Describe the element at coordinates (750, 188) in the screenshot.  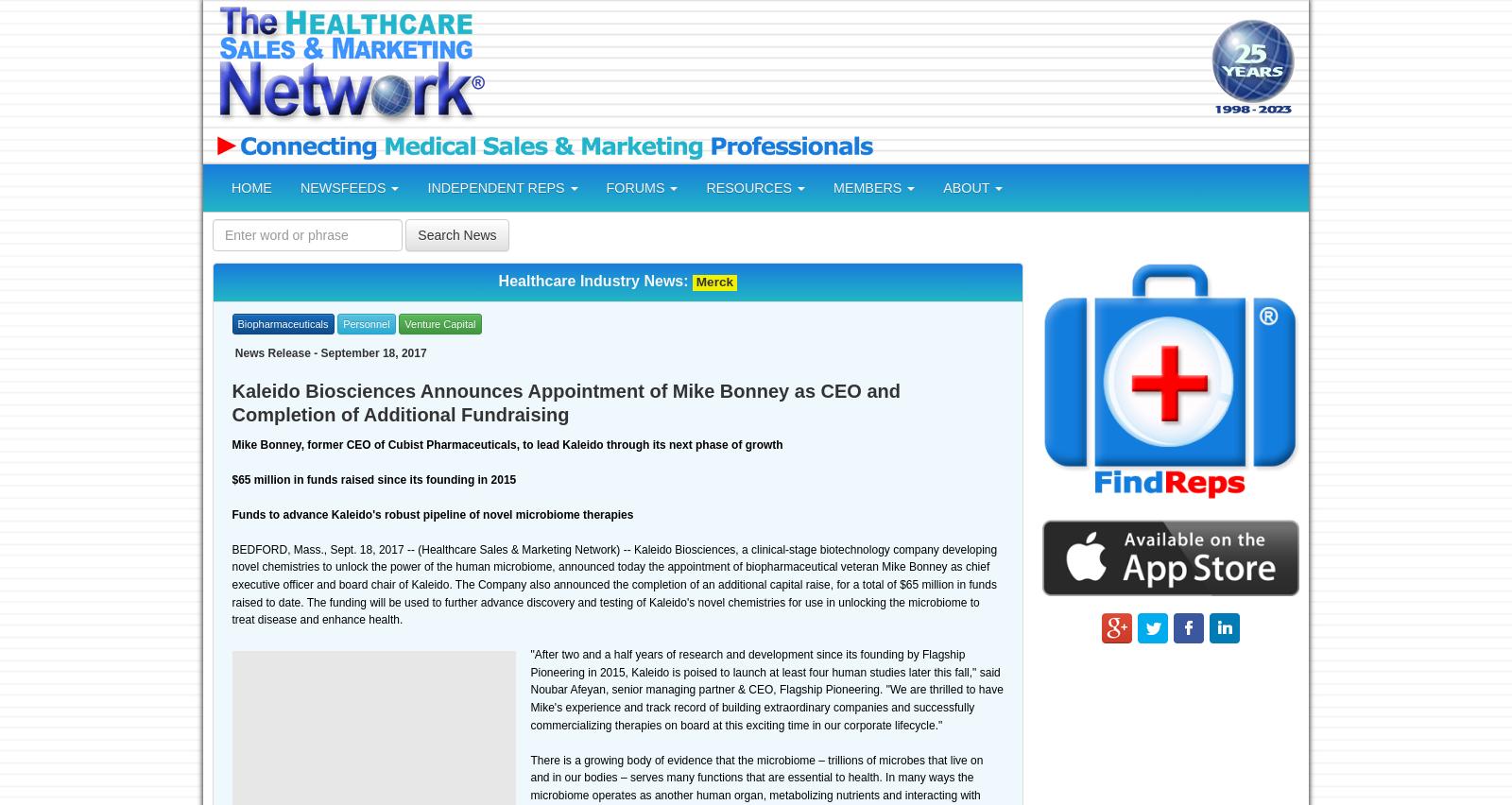
I see `'RESOURCES'` at that location.